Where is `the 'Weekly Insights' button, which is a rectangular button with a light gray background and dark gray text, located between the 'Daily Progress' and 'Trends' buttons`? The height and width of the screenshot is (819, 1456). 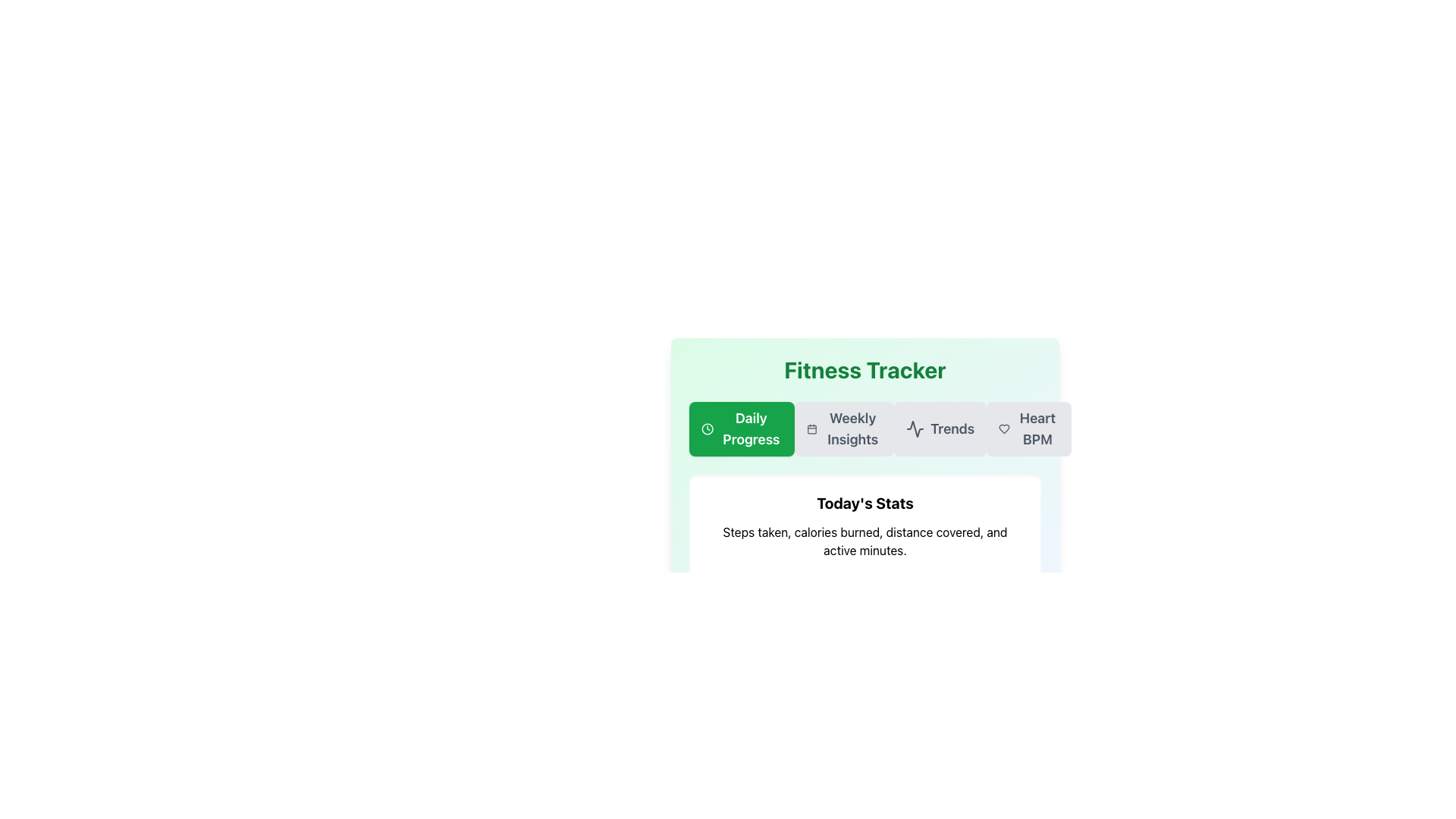
the 'Weekly Insights' button, which is a rectangular button with a light gray background and dark gray text, located between the 'Daily Progress' and 'Trends' buttons is located at coordinates (843, 429).